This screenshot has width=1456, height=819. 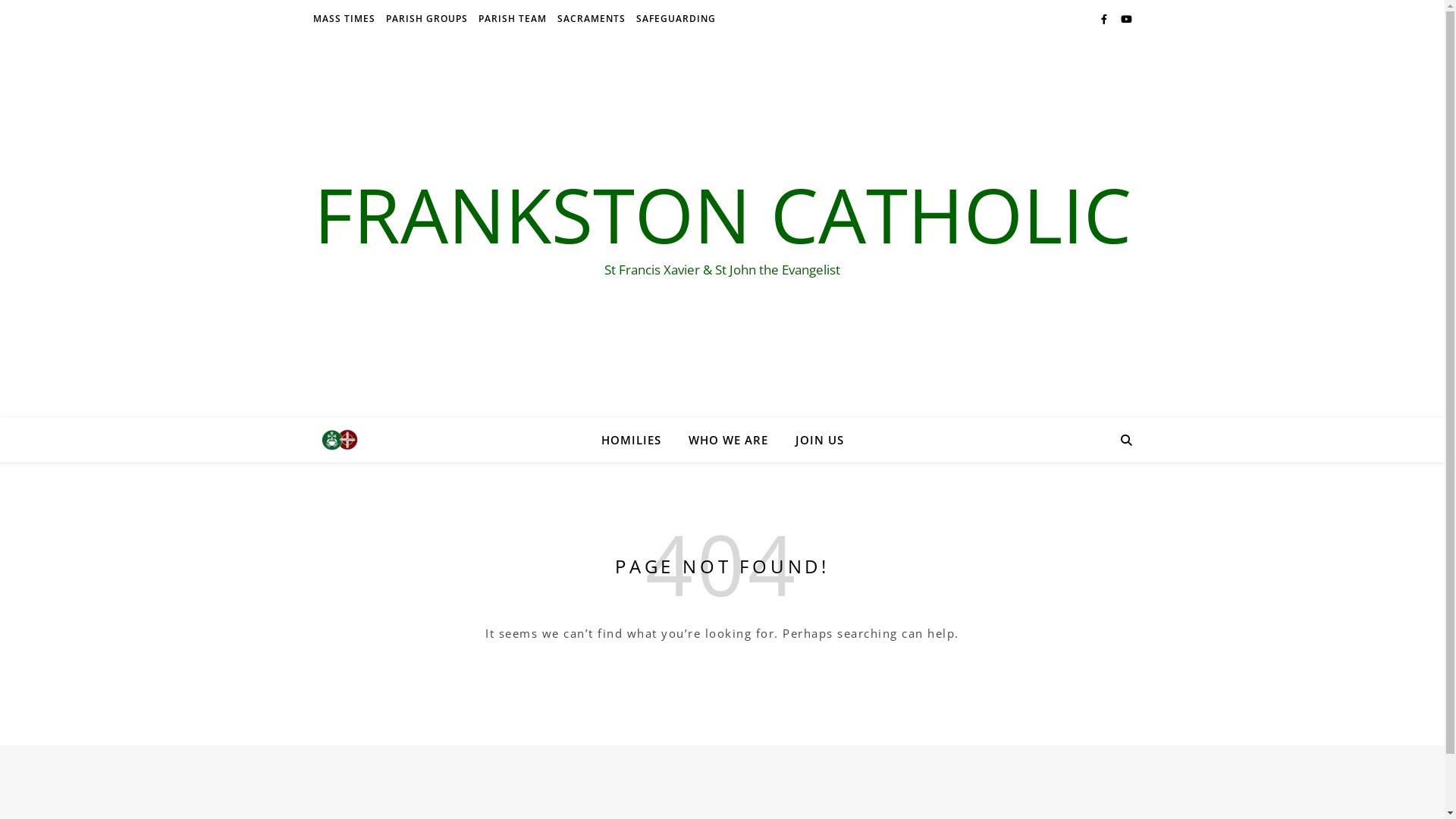 What do you see at coordinates (425, 18) in the screenshot?
I see `'PARISH GROUPS'` at bounding box center [425, 18].